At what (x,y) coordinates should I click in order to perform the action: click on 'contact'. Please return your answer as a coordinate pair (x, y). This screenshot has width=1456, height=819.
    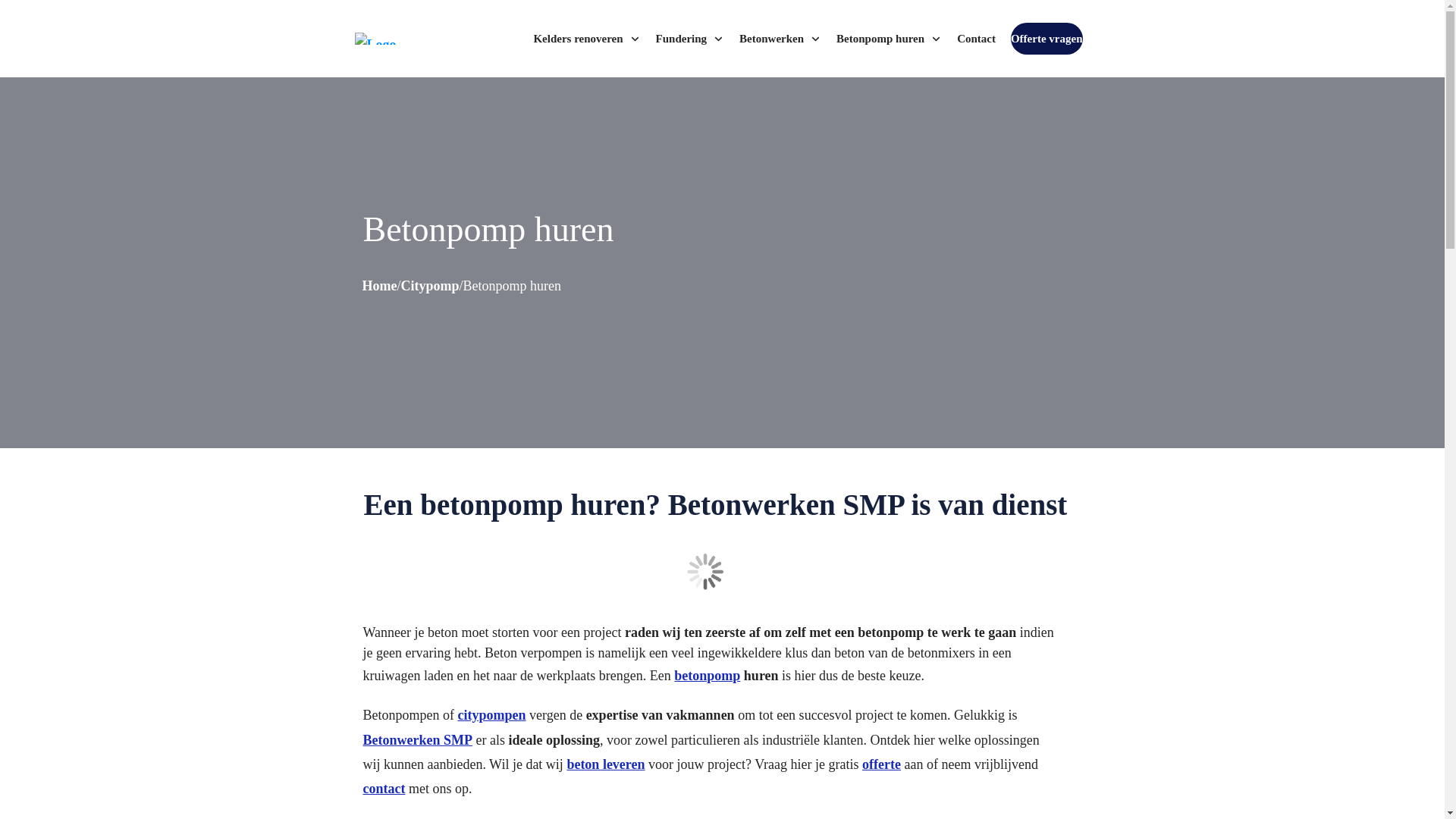
    Looking at the image, I should click on (383, 788).